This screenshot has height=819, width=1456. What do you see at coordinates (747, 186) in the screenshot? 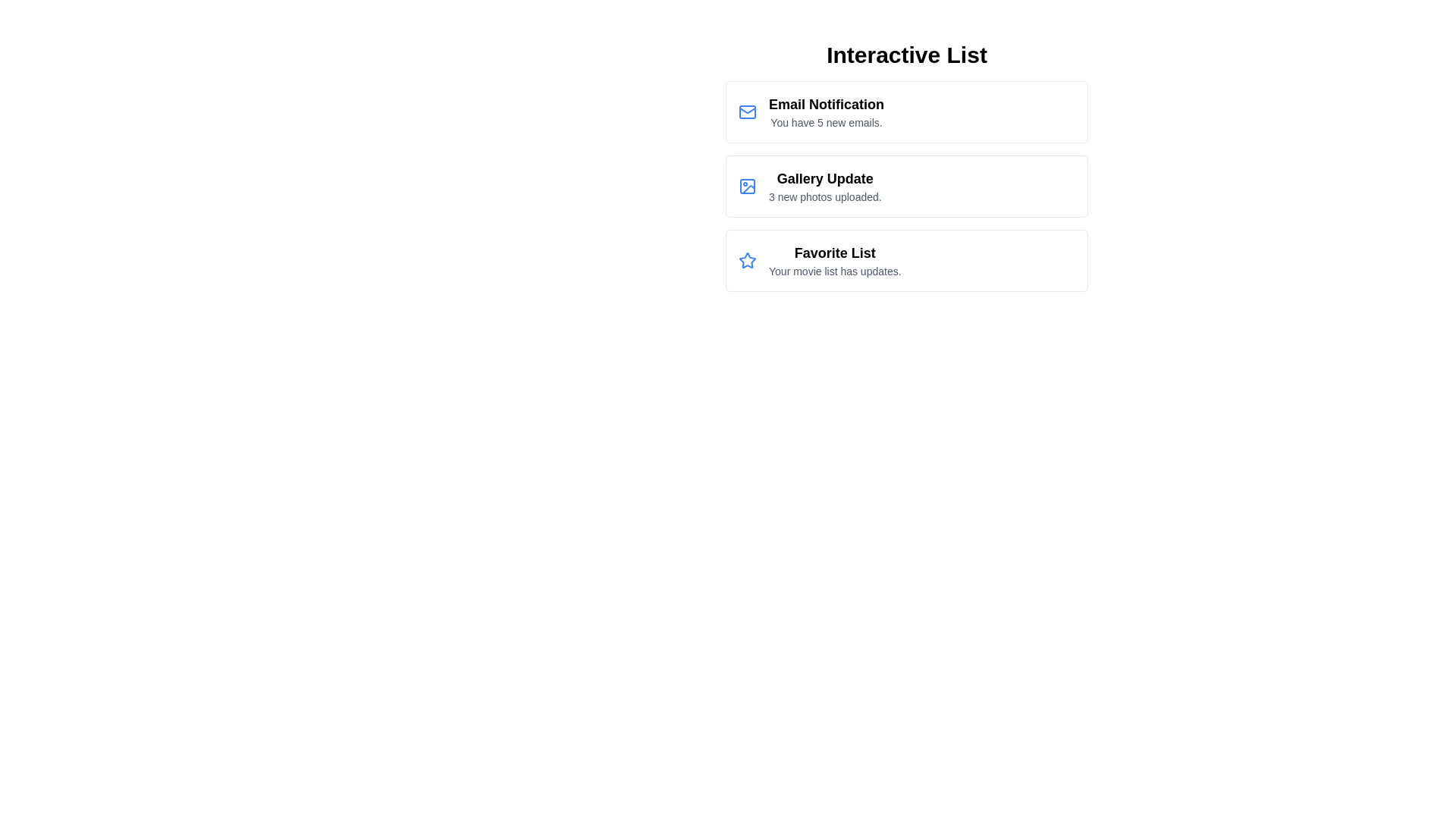
I see `the icon corresponding to Gallery Update in the list` at bounding box center [747, 186].